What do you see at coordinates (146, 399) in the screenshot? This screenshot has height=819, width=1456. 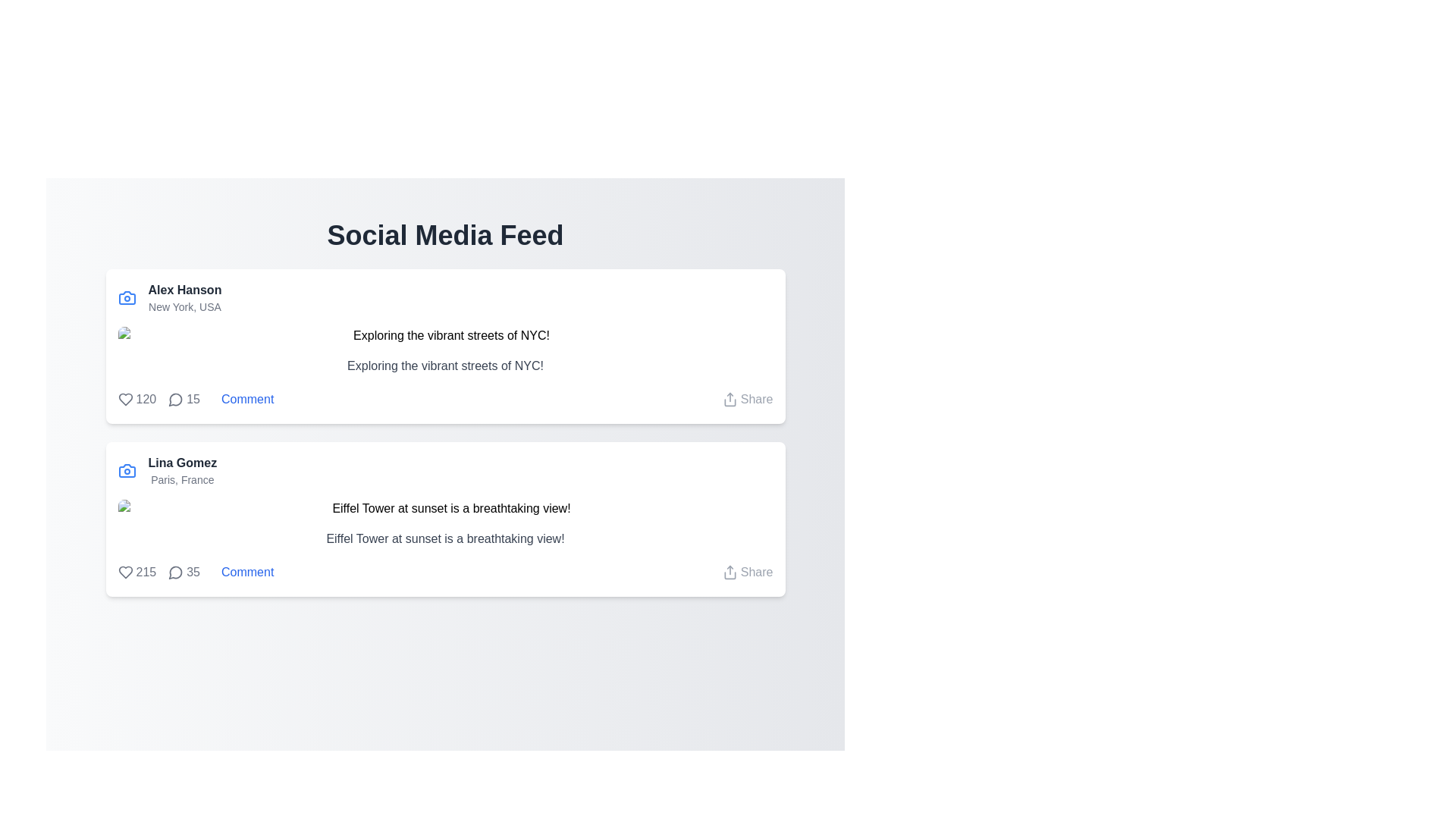 I see `the text label displaying the number of likes for the first post` at bounding box center [146, 399].